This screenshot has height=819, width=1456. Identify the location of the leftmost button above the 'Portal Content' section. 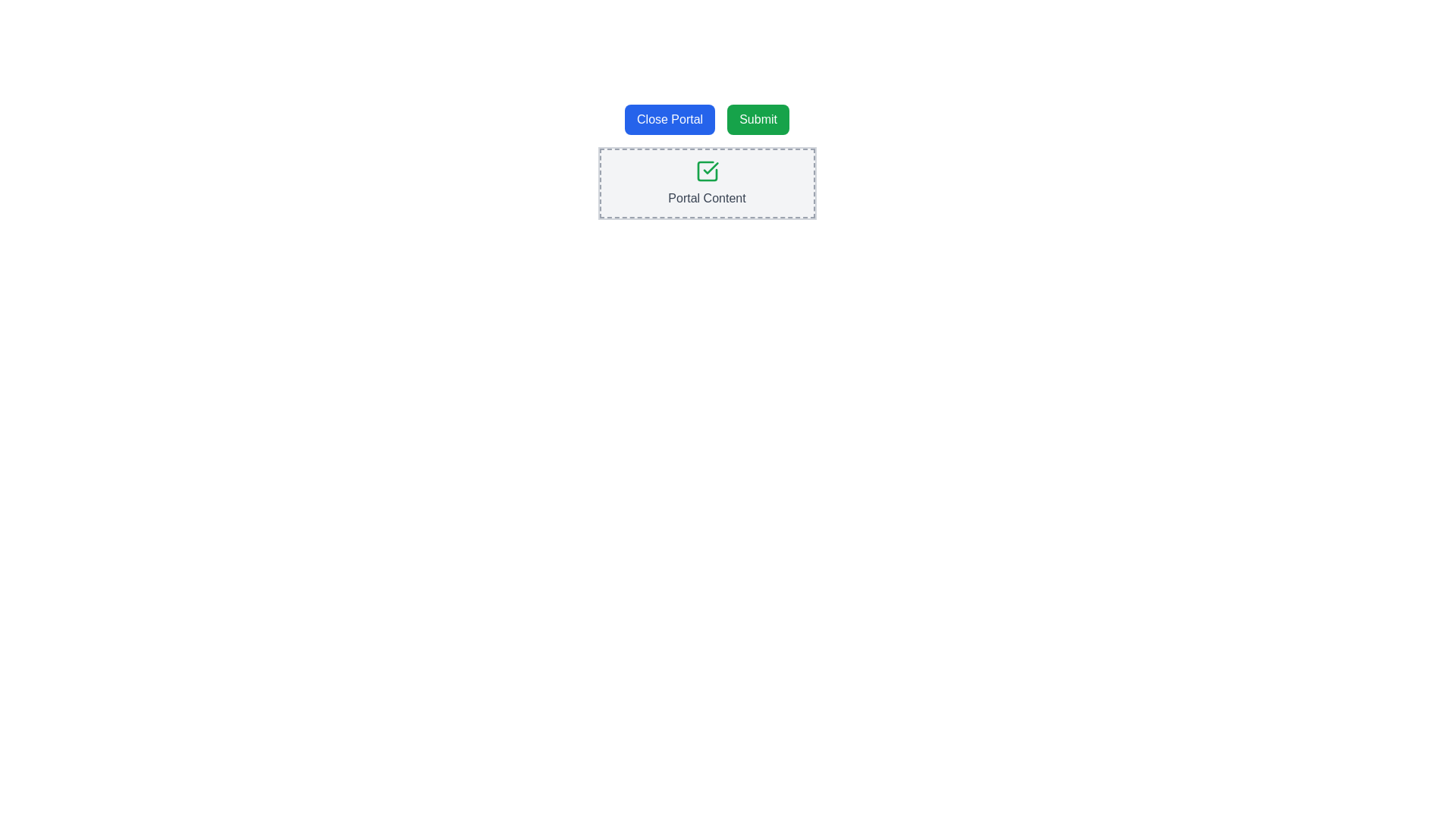
(669, 119).